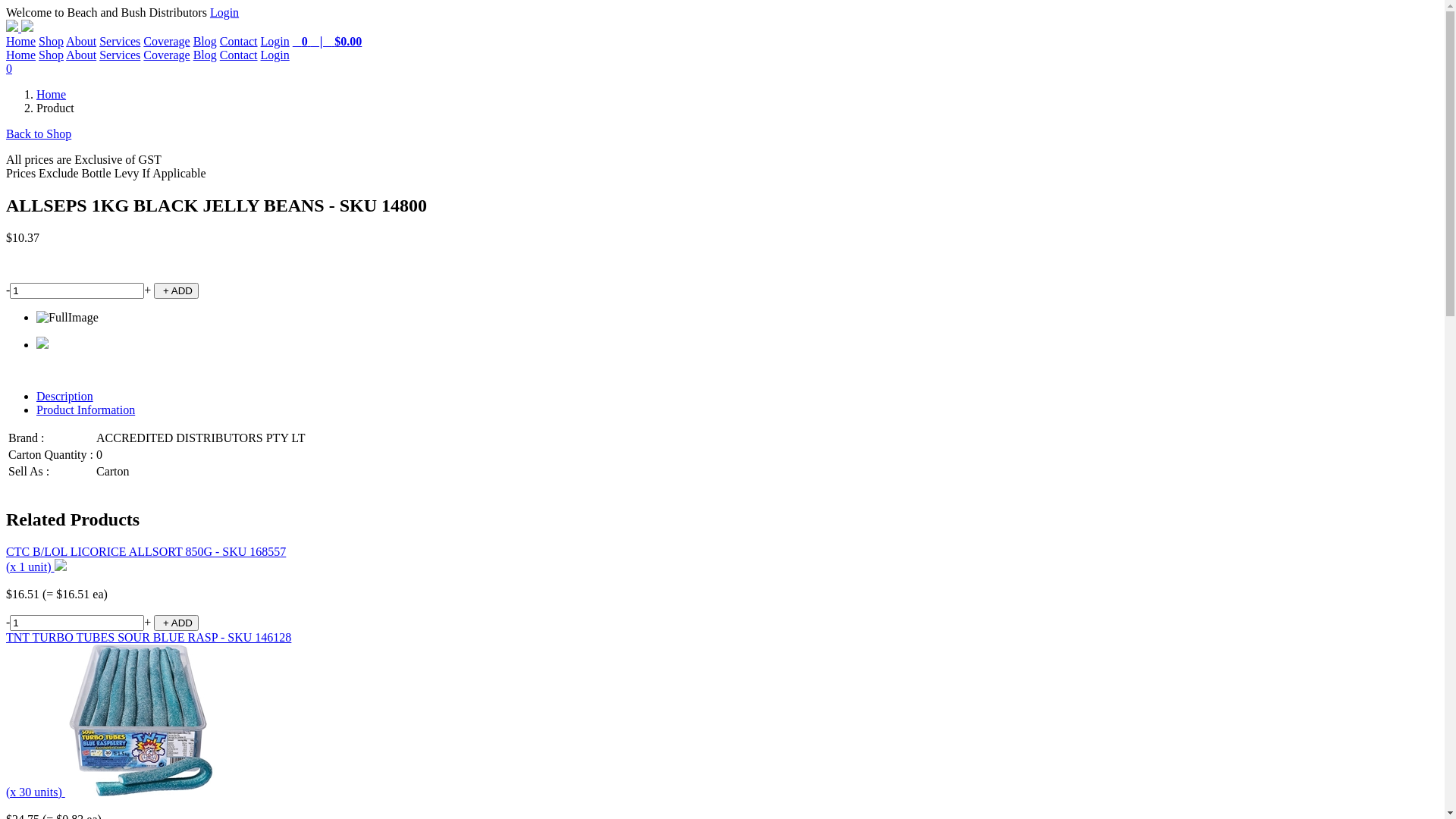 The width and height of the screenshot is (1456, 819). Describe the element at coordinates (39, 133) in the screenshot. I see `'Back to Shop'` at that location.